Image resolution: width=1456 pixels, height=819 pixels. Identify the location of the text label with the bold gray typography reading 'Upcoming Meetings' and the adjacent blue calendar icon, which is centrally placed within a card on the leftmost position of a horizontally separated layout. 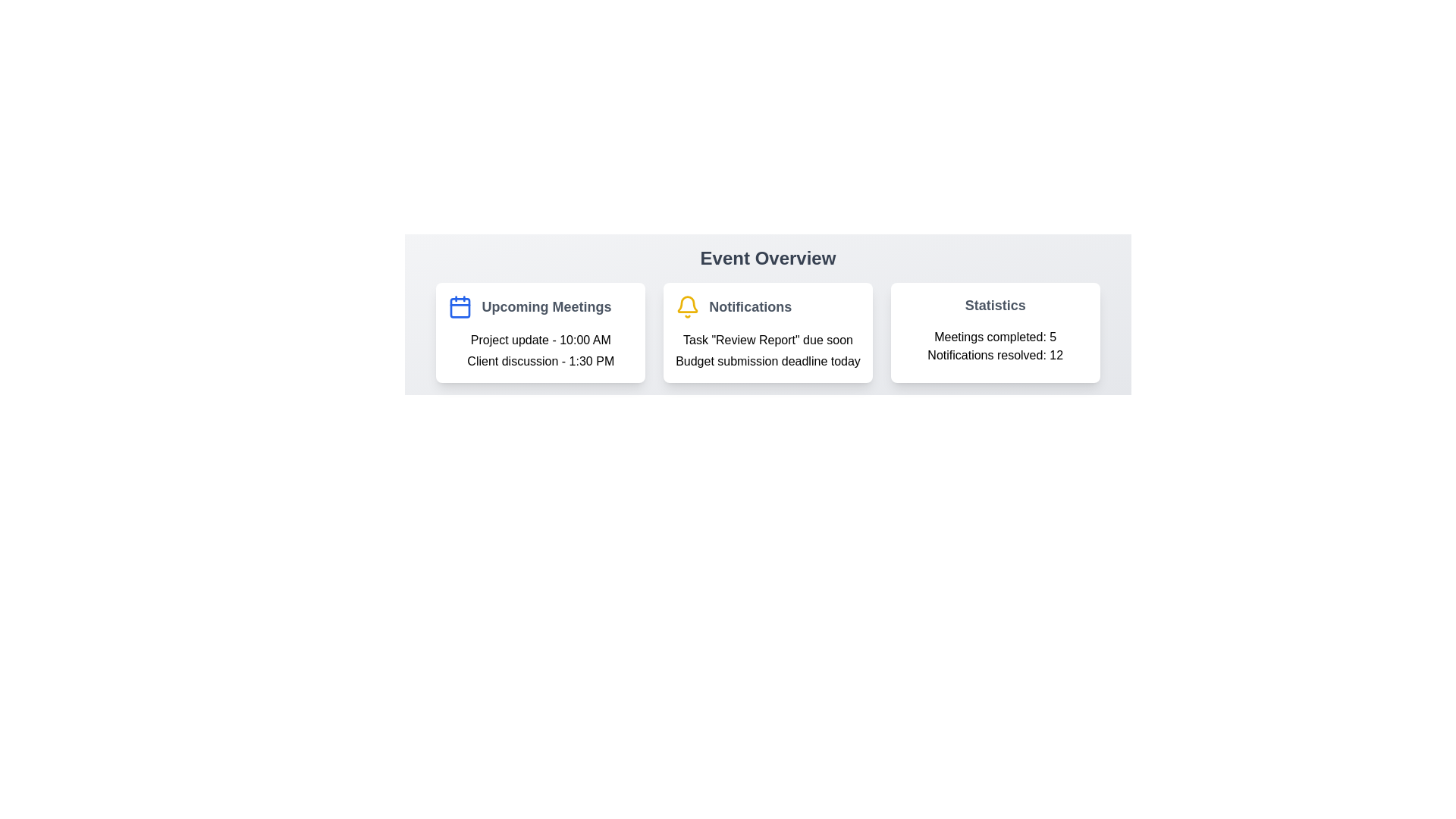
(541, 307).